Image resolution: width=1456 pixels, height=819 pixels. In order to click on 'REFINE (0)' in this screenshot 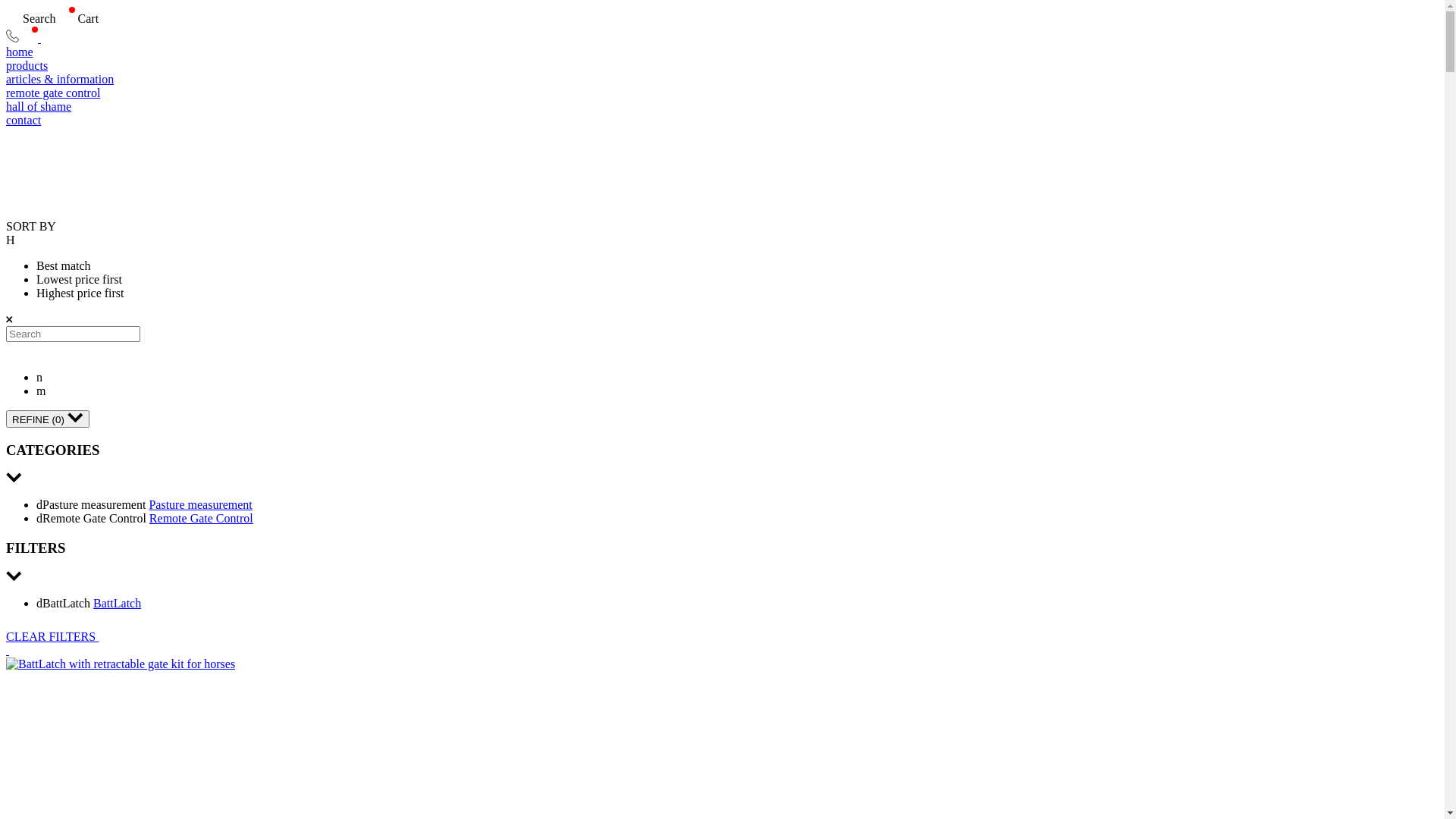, I will do `click(47, 419)`.